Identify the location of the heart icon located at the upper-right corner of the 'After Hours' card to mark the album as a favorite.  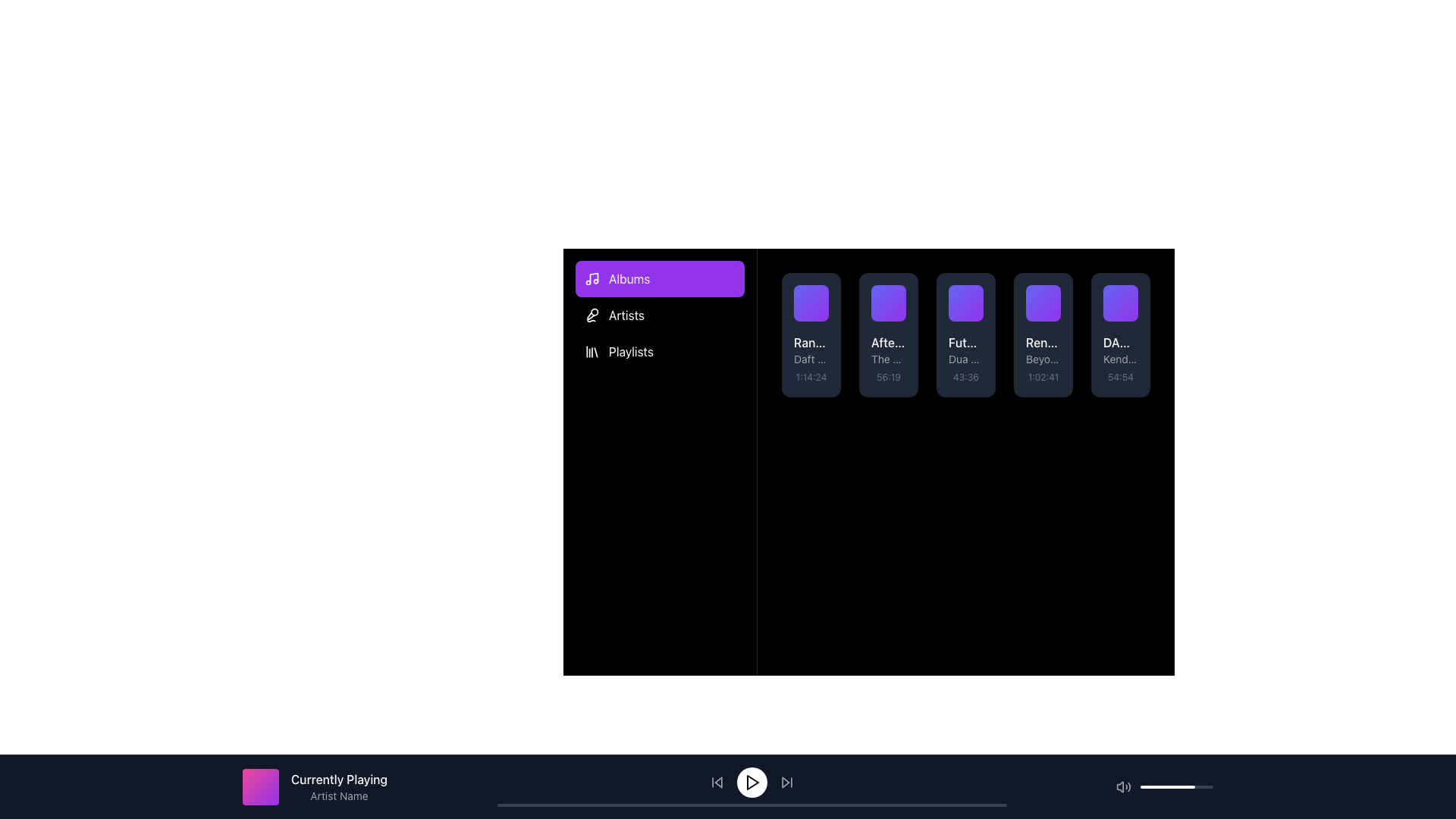
(896, 294).